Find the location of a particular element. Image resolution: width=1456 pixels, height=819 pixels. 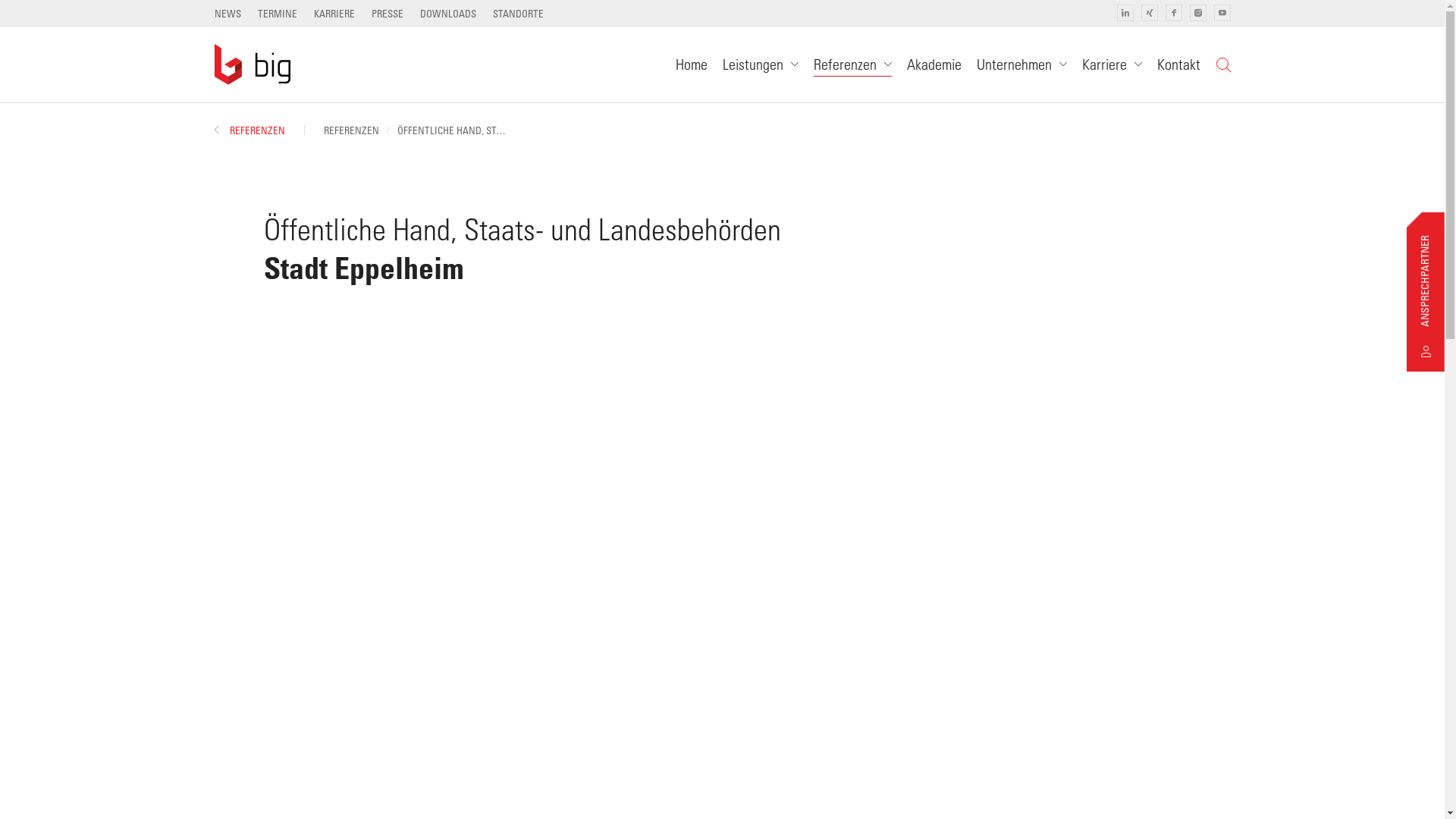

'KARRIERE' is located at coordinates (334, 13).